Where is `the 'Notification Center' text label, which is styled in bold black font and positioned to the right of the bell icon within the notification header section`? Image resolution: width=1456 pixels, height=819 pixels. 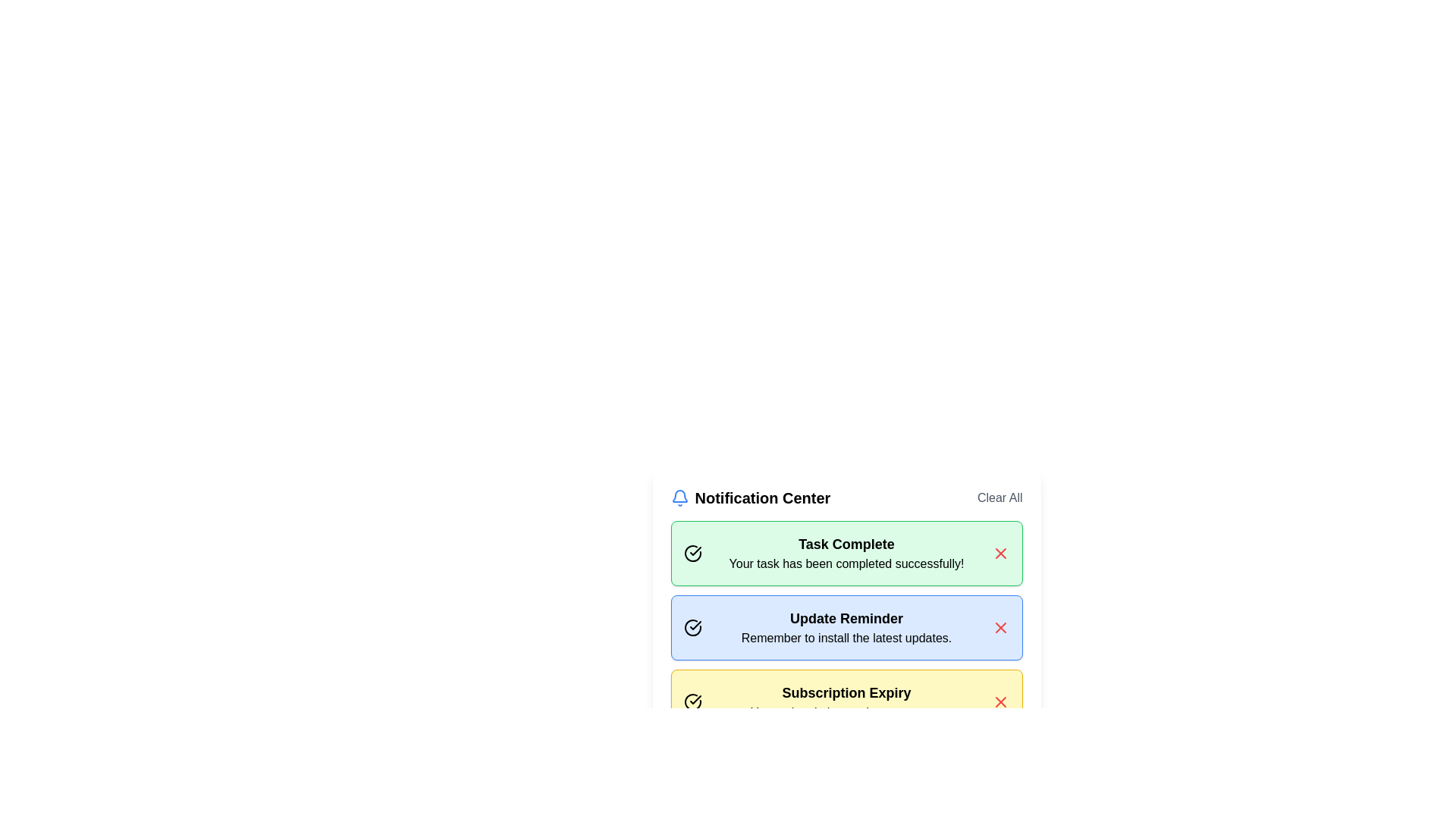 the 'Notification Center' text label, which is styled in bold black font and positioned to the right of the bell icon within the notification header section is located at coordinates (762, 497).